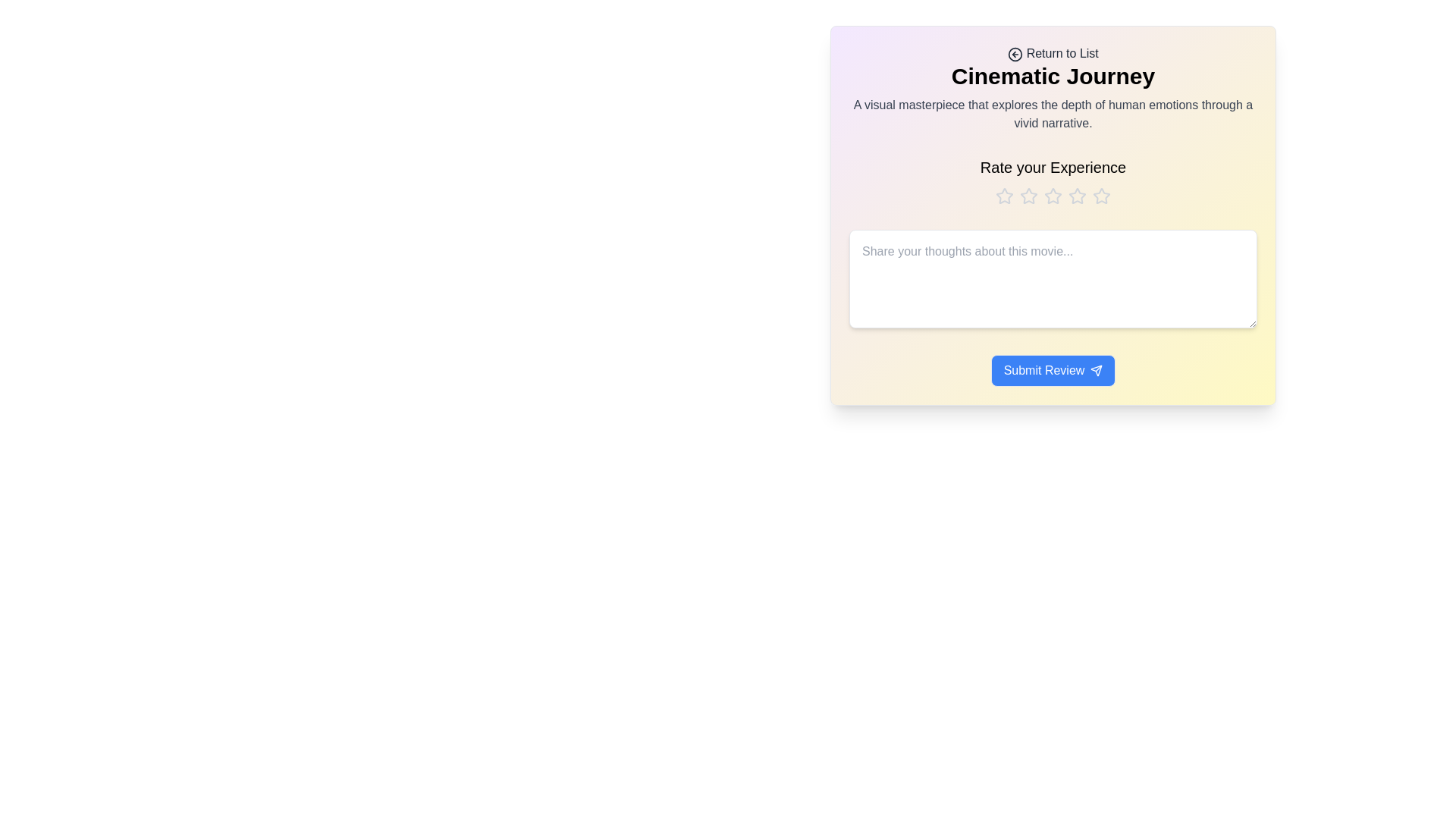 The height and width of the screenshot is (819, 1456). I want to click on the small paper airplane icon located inside the 'Submit Review' button, so click(1097, 371).